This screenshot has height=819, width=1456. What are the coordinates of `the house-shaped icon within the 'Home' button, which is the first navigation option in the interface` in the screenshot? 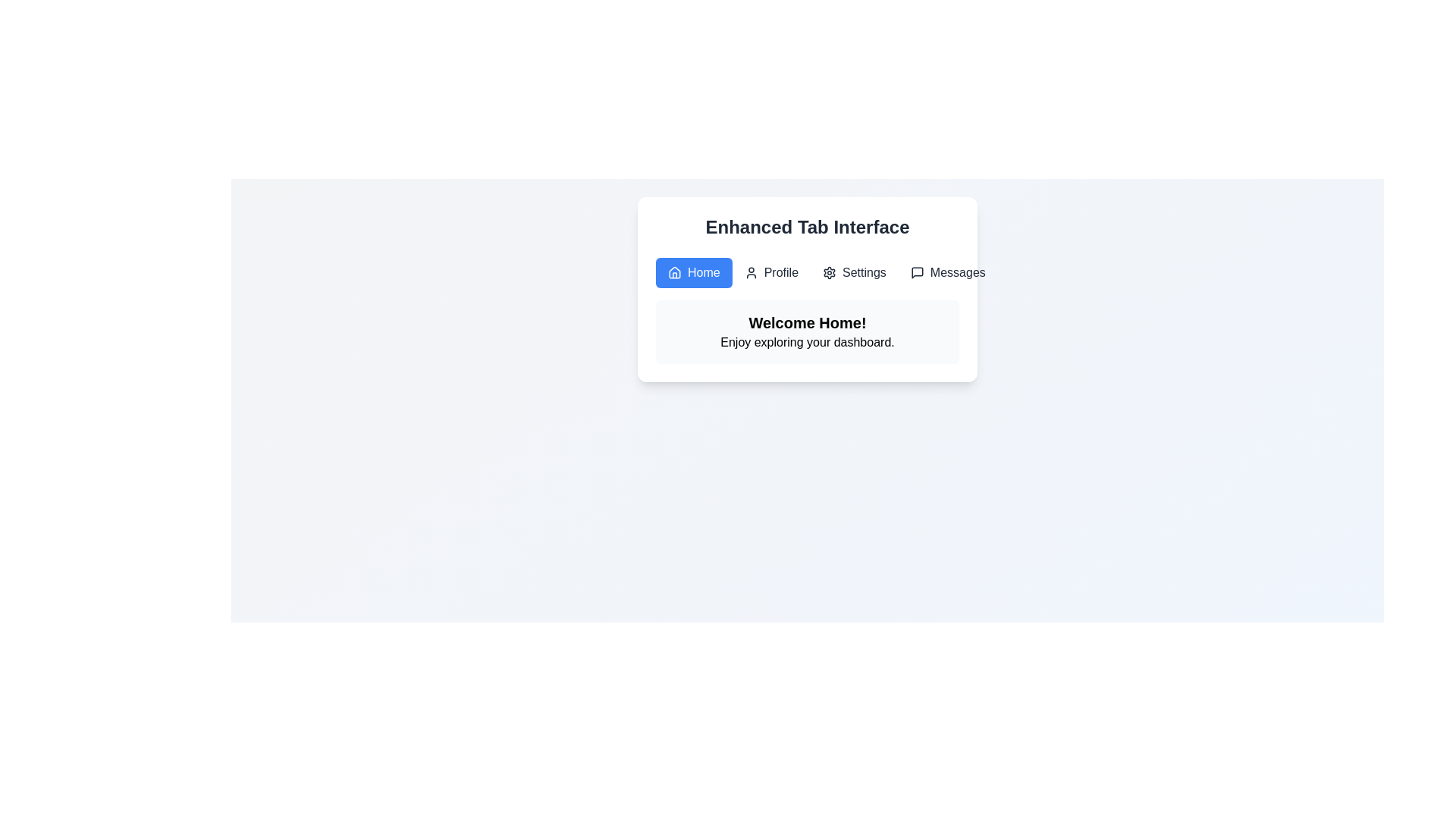 It's located at (673, 271).